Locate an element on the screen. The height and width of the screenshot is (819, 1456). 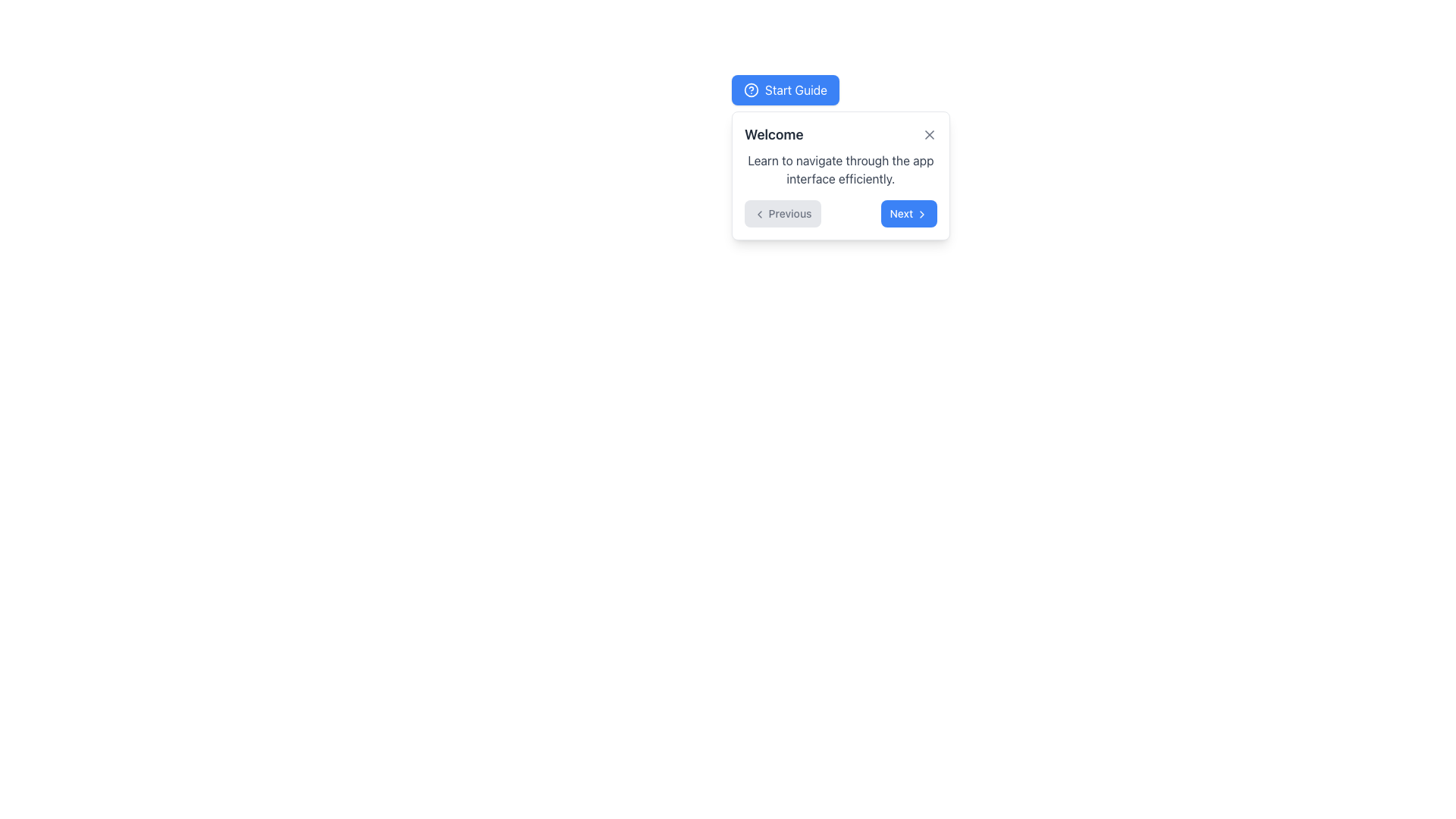
the Close button located at the top-right corner of the pop-up card is located at coordinates (928, 133).